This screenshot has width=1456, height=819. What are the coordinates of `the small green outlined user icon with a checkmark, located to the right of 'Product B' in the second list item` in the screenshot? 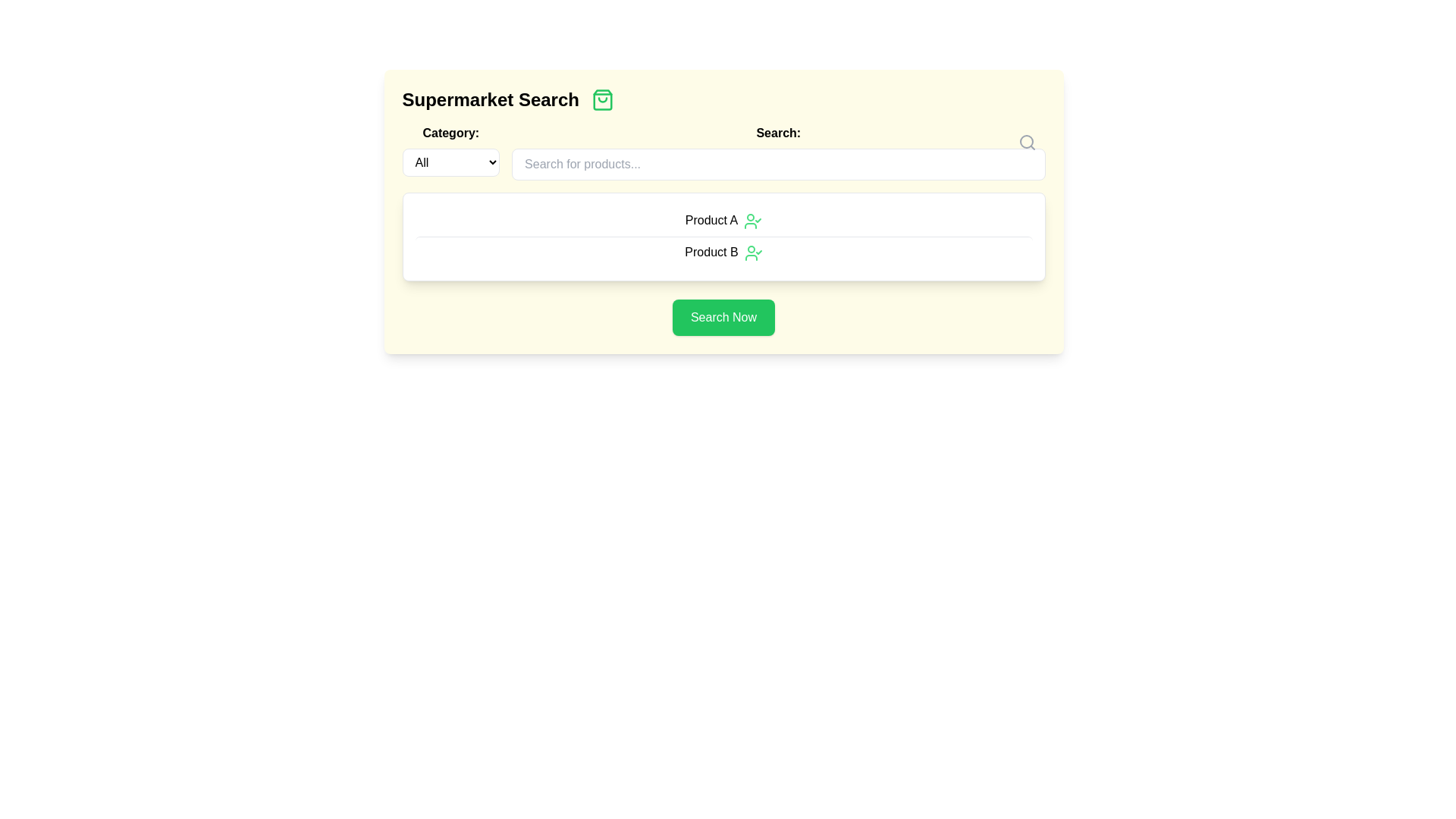 It's located at (753, 252).